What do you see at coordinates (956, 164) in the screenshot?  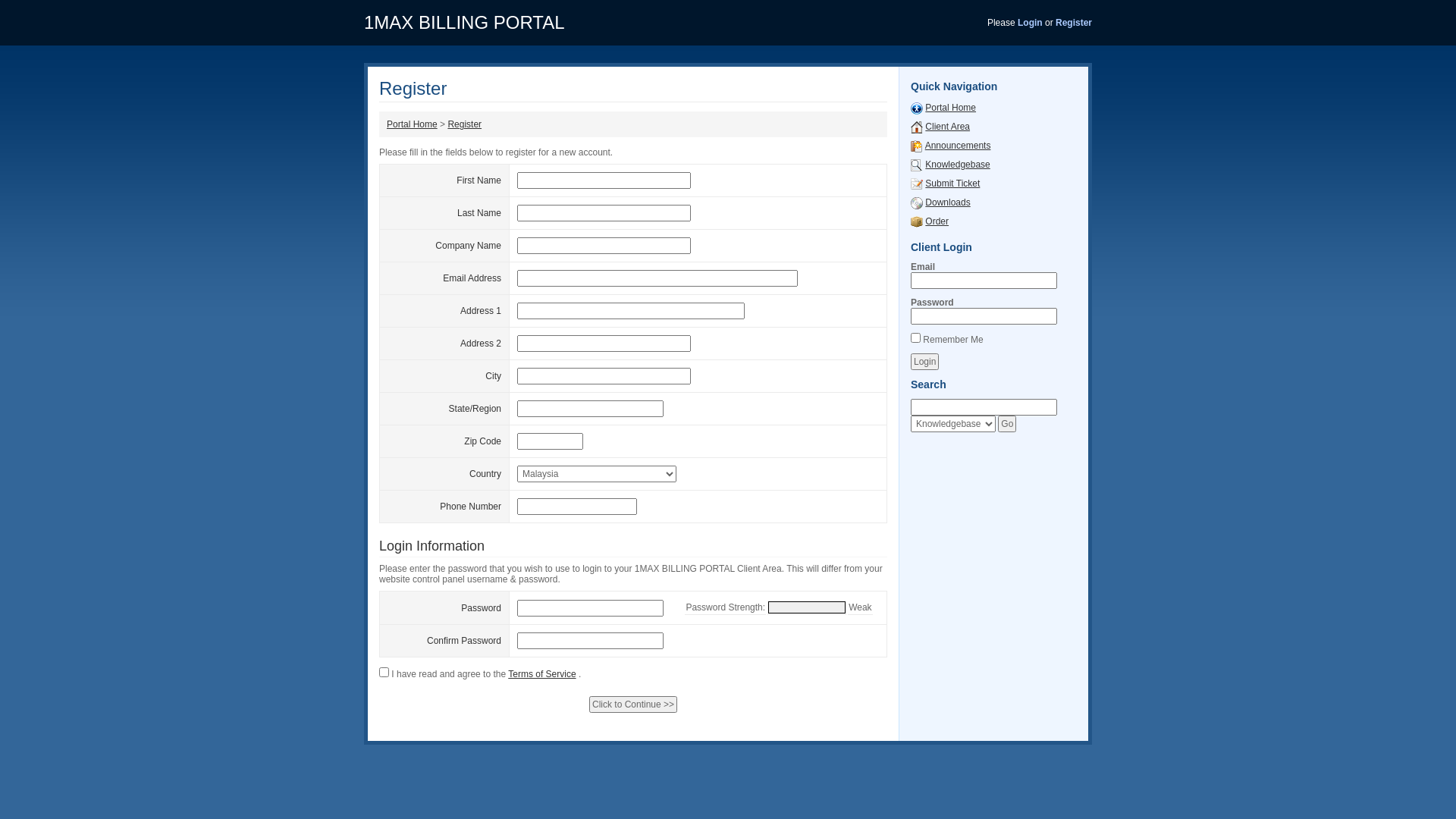 I see `'Knowledgebase'` at bounding box center [956, 164].